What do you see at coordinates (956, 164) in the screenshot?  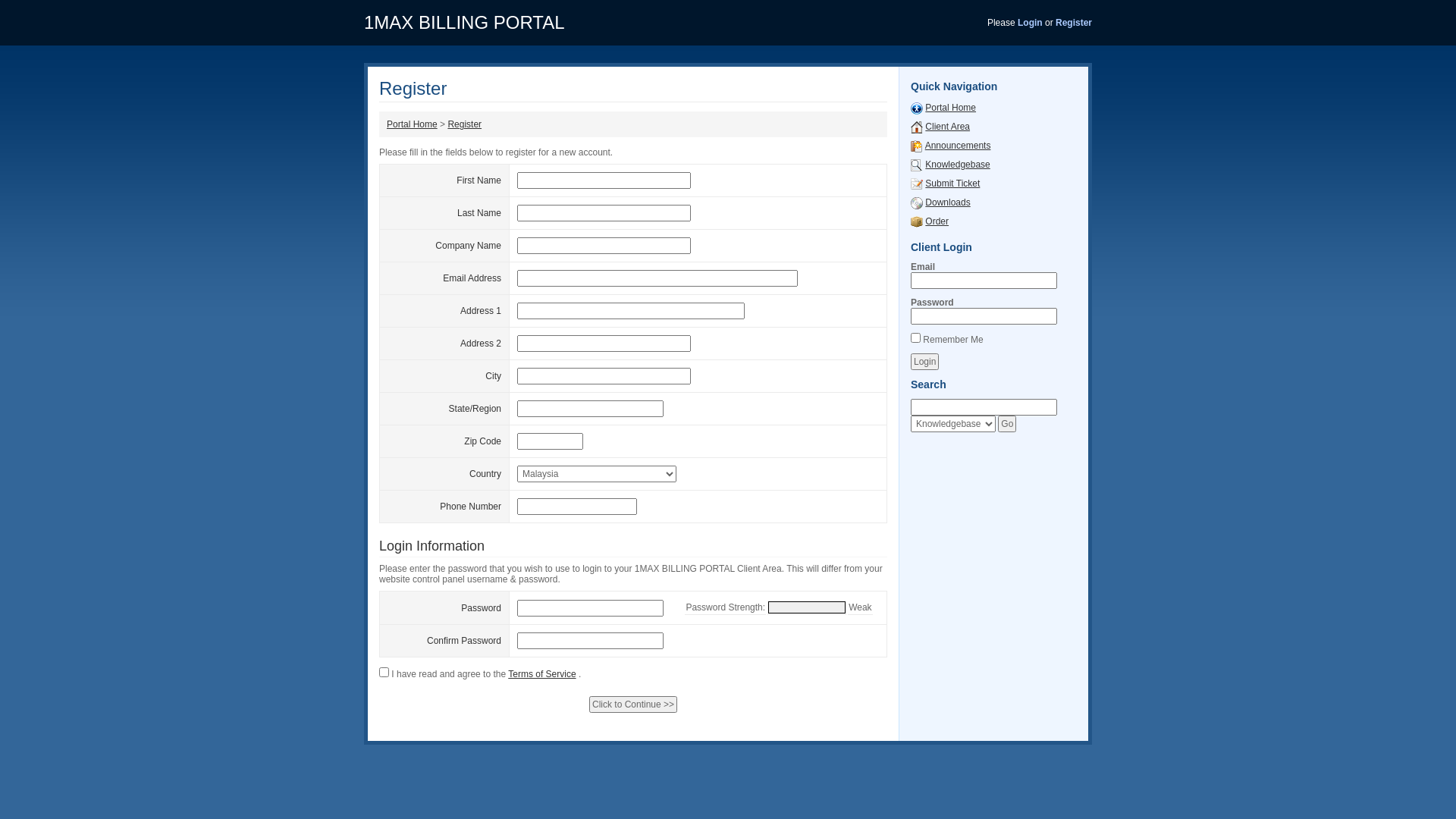 I see `'Knowledgebase'` at bounding box center [956, 164].